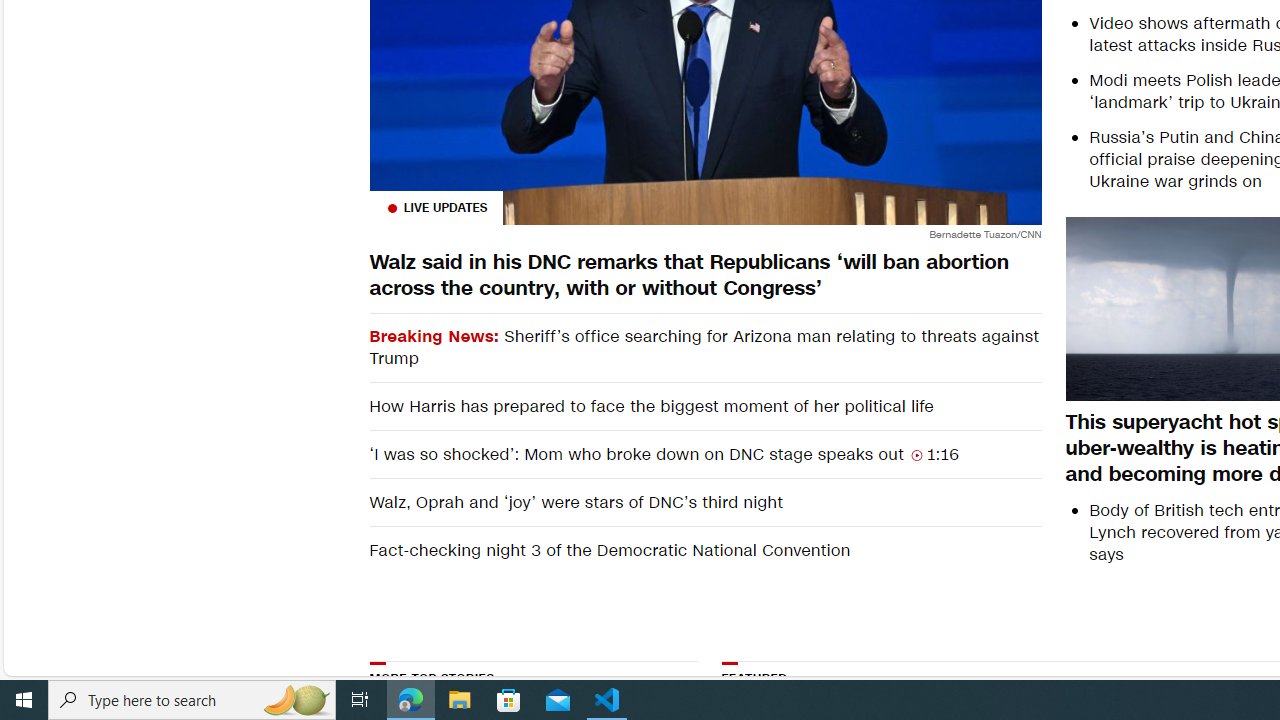  Describe the element at coordinates (509, 698) in the screenshot. I see `'Microsoft Store'` at that location.